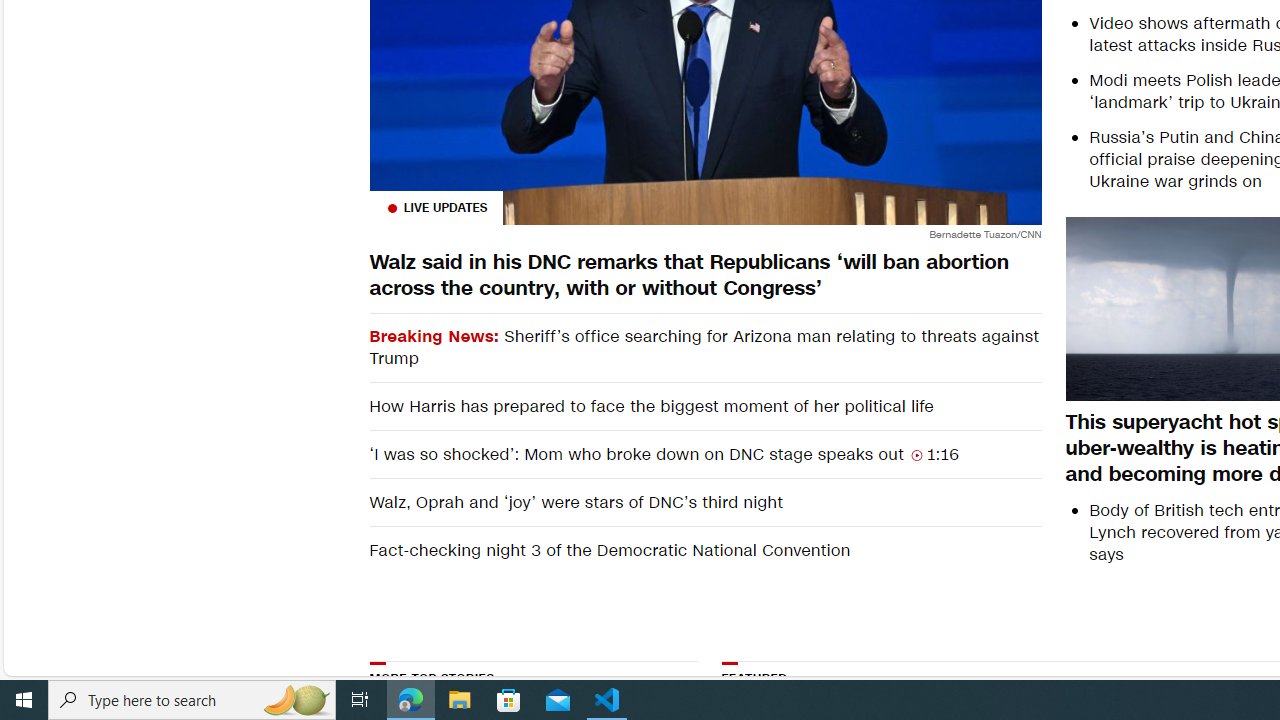  Describe the element at coordinates (509, 698) in the screenshot. I see `'Microsoft Store'` at that location.